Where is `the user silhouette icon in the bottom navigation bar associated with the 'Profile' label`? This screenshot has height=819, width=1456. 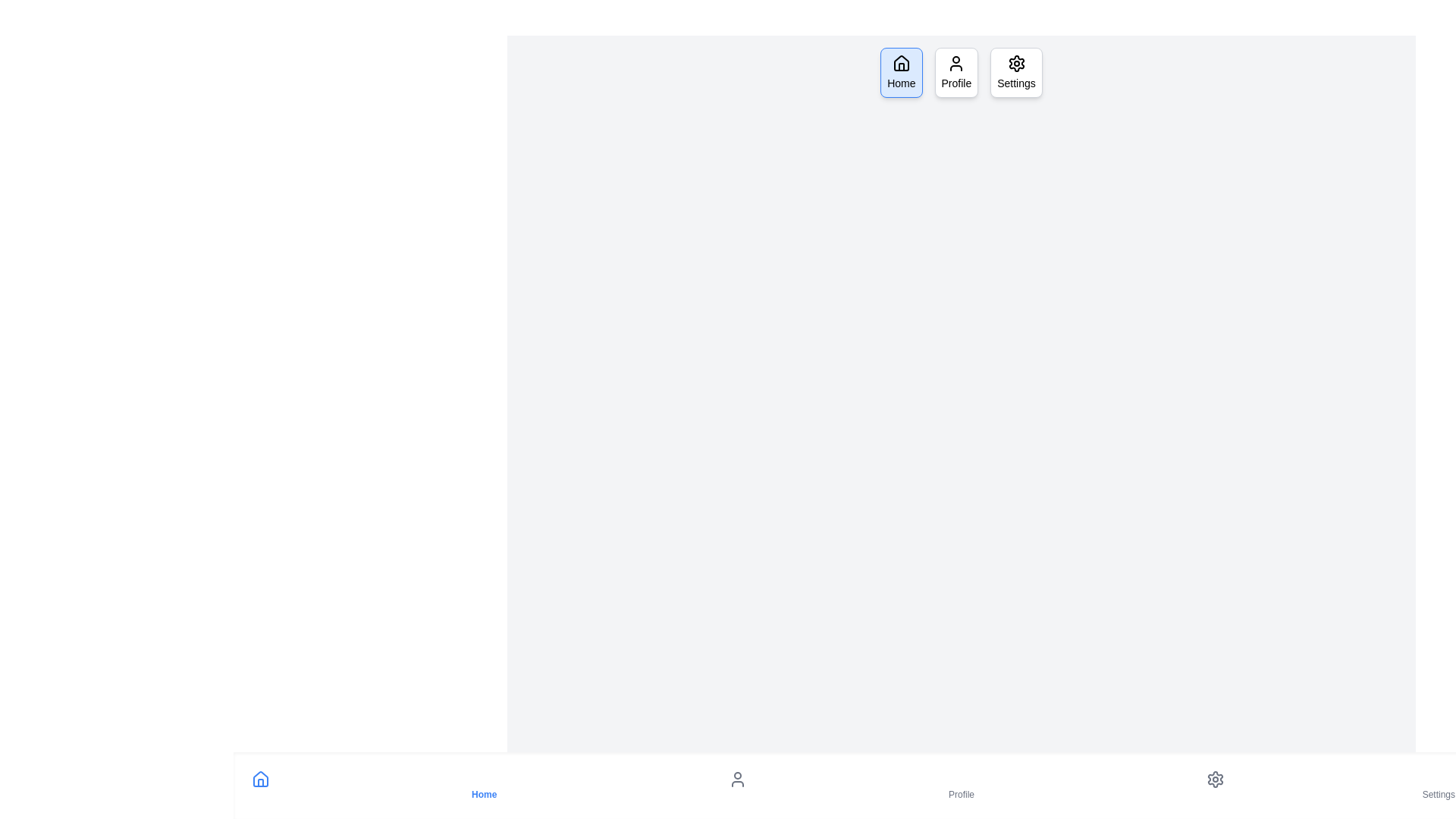
the user silhouette icon in the bottom navigation bar associated with the 'Profile' label is located at coordinates (738, 780).